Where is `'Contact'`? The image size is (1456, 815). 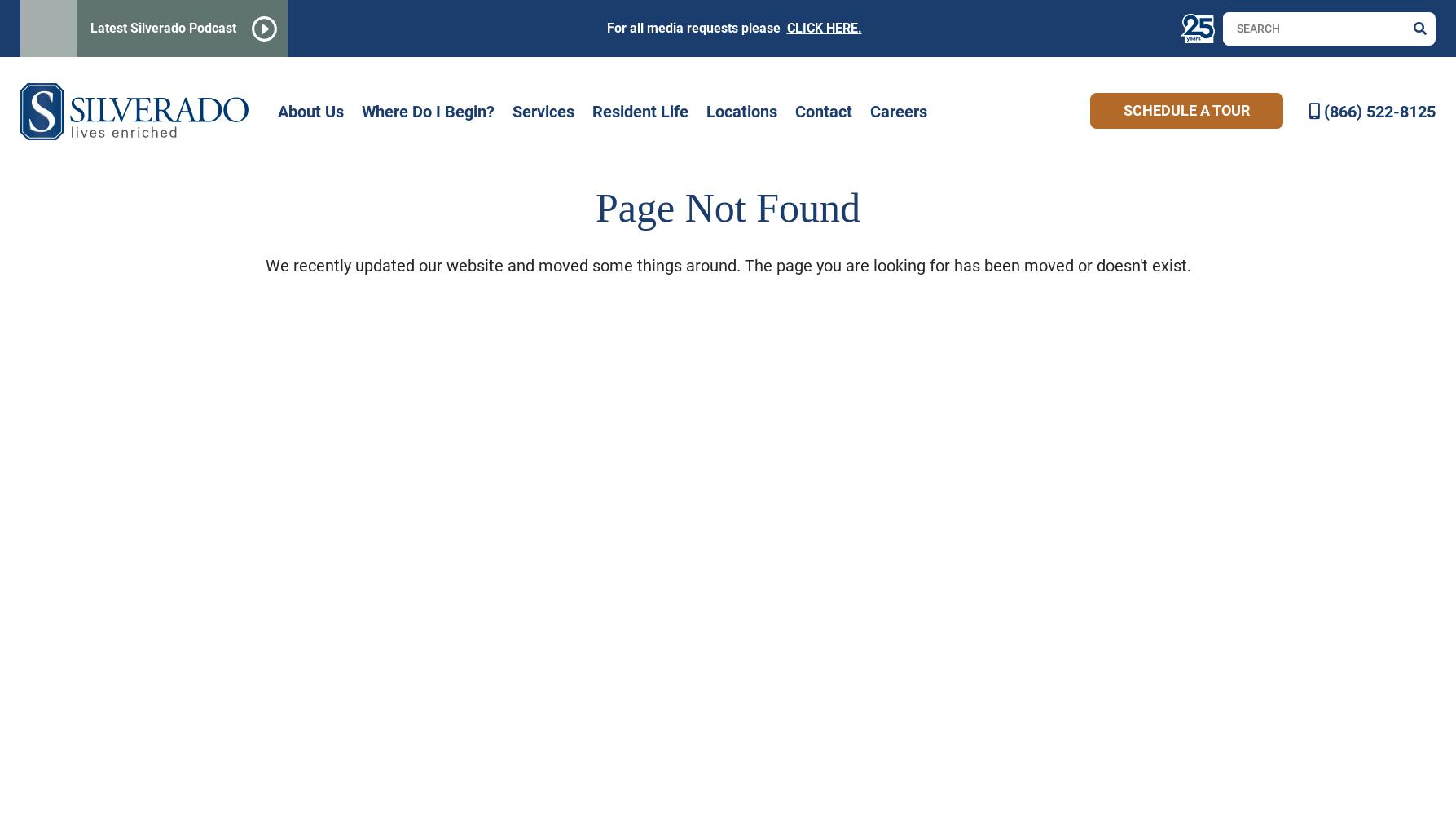
'Contact' is located at coordinates (823, 111).